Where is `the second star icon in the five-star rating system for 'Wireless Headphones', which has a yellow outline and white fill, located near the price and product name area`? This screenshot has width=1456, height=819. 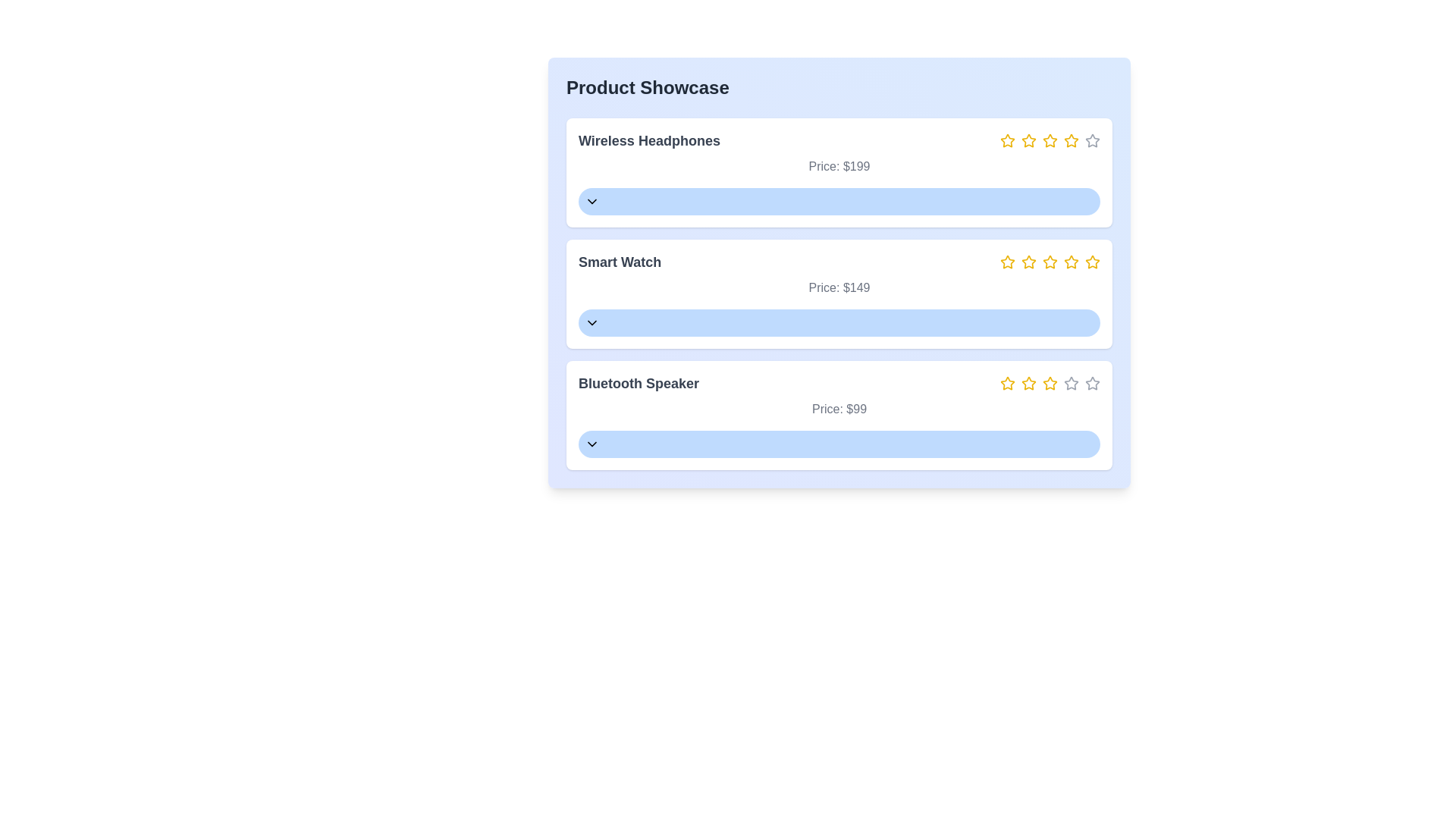
the second star icon in the five-star rating system for 'Wireless Headphones', which has a yellow outline and white fill, located near the price and product name area is located at coordinates (1029, 140).